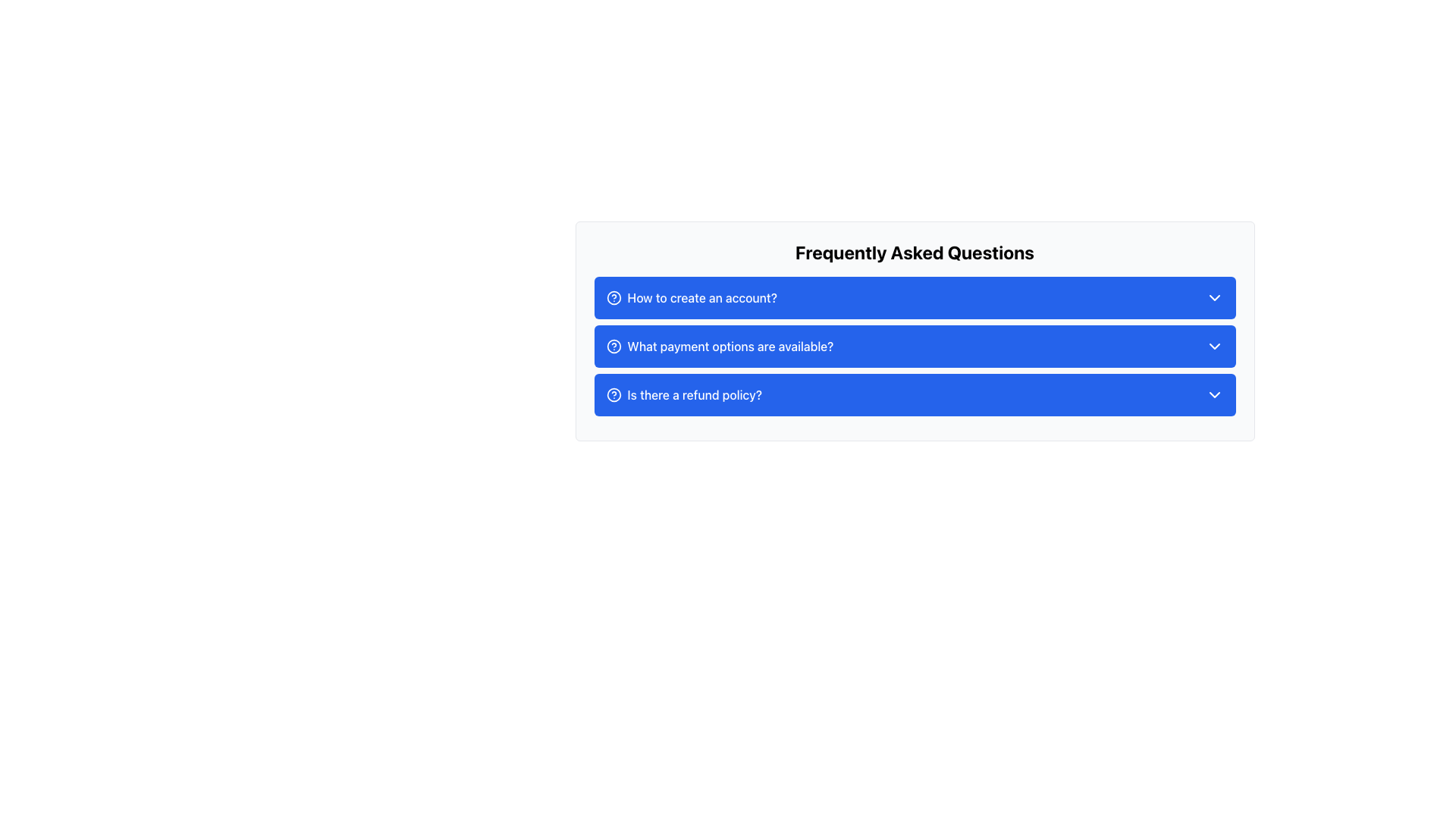 Image resolution: width=1456 pixels, height=819 pixels. What do you see at coordinates (914, 298) in the screenshot?
I see `the first Expandable List Item in the FAQ section` at bounding box center [914, 298].